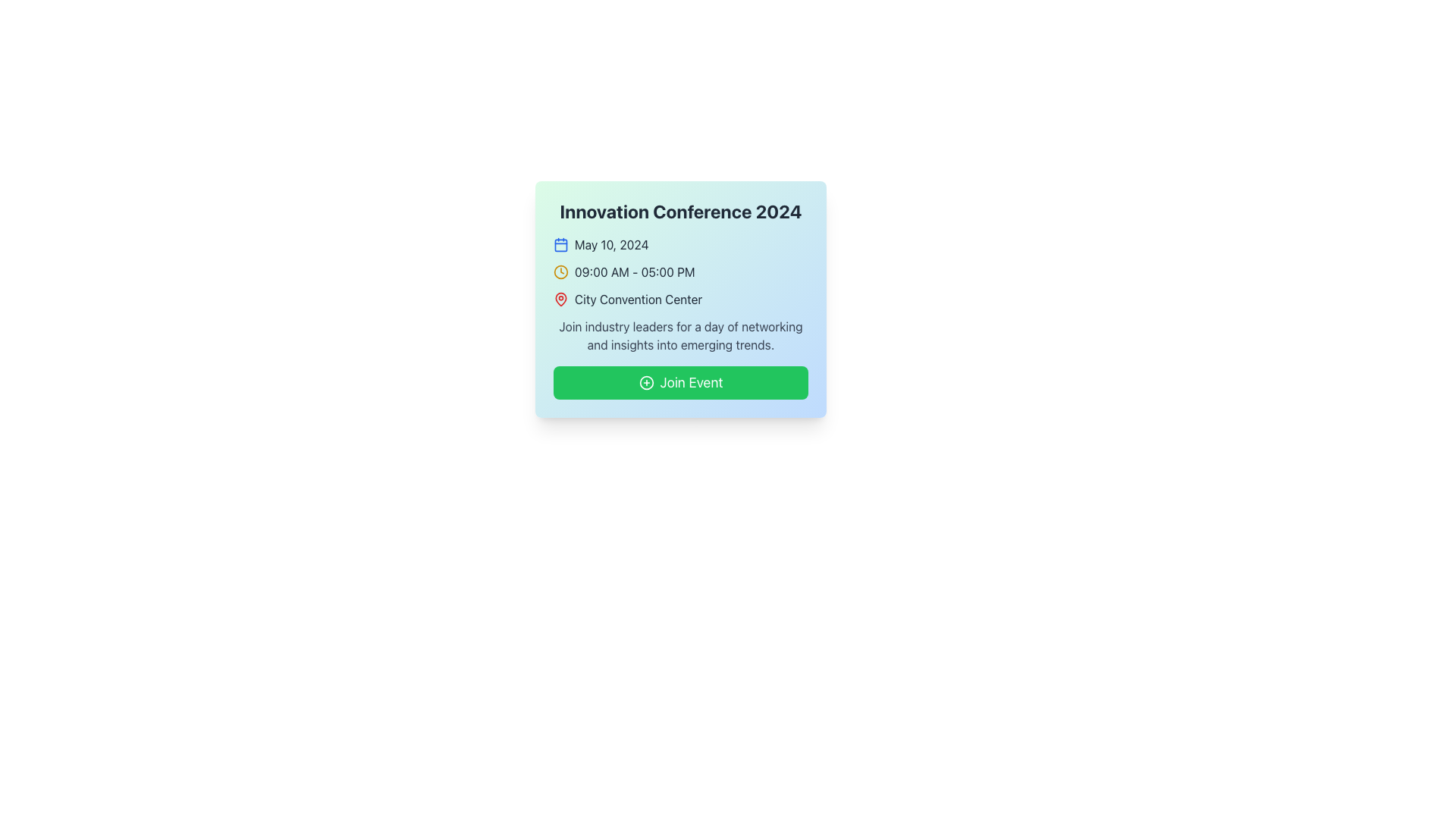  I want to click on the green rounded rectangular button labeled 'Join Event', so click(679, 382).